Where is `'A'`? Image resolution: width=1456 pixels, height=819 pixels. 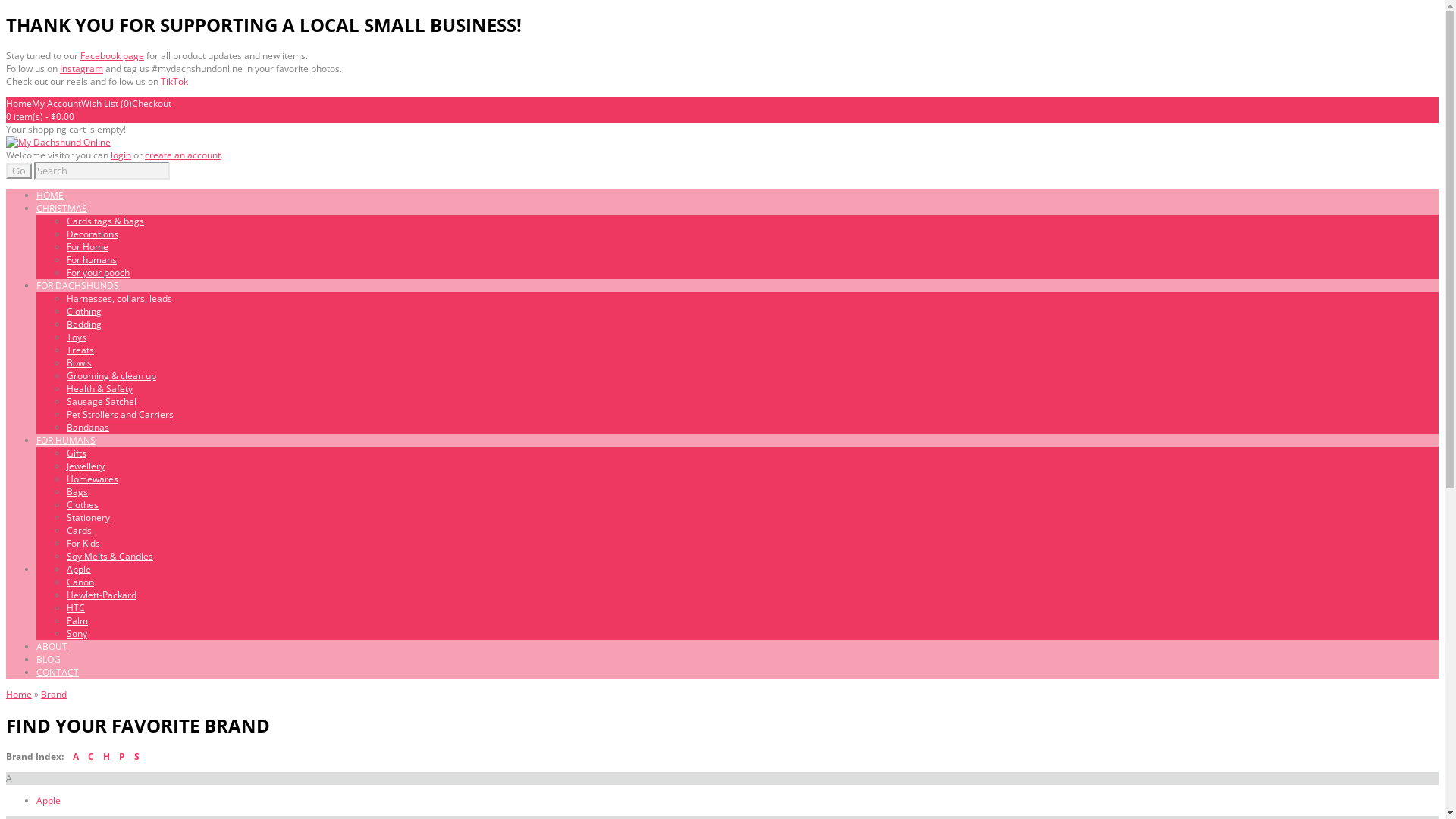 'A' is located at coordinates (75, 756).